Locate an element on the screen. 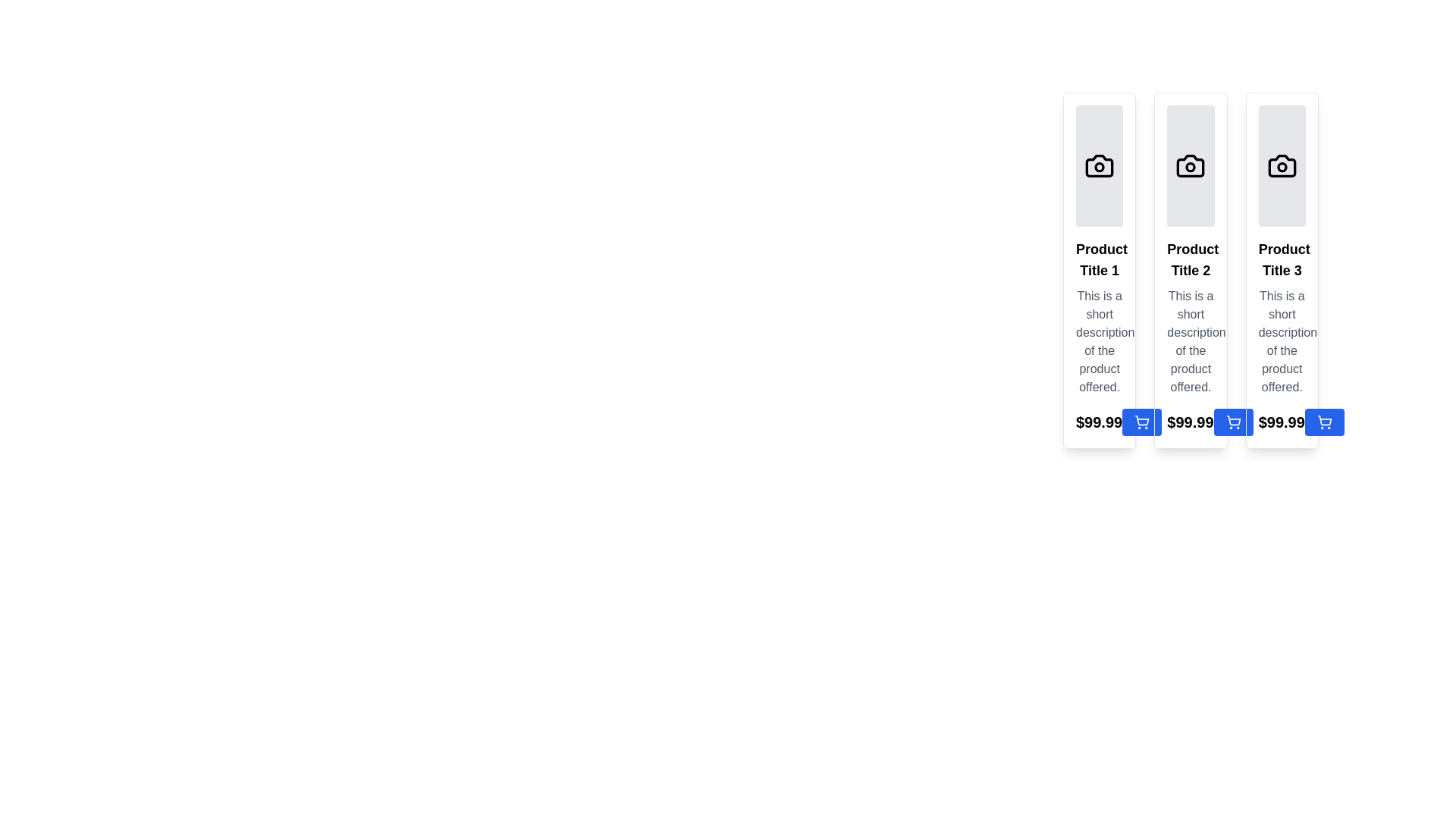 Image resolution: width=1456 pixels, height=819 pixels. the icon inside the blue-colored rounded rectangle button, which is the rightmost button in a set of three buttons at the bottom of 'Product Title 3' is located at coordinates (1323, 422).